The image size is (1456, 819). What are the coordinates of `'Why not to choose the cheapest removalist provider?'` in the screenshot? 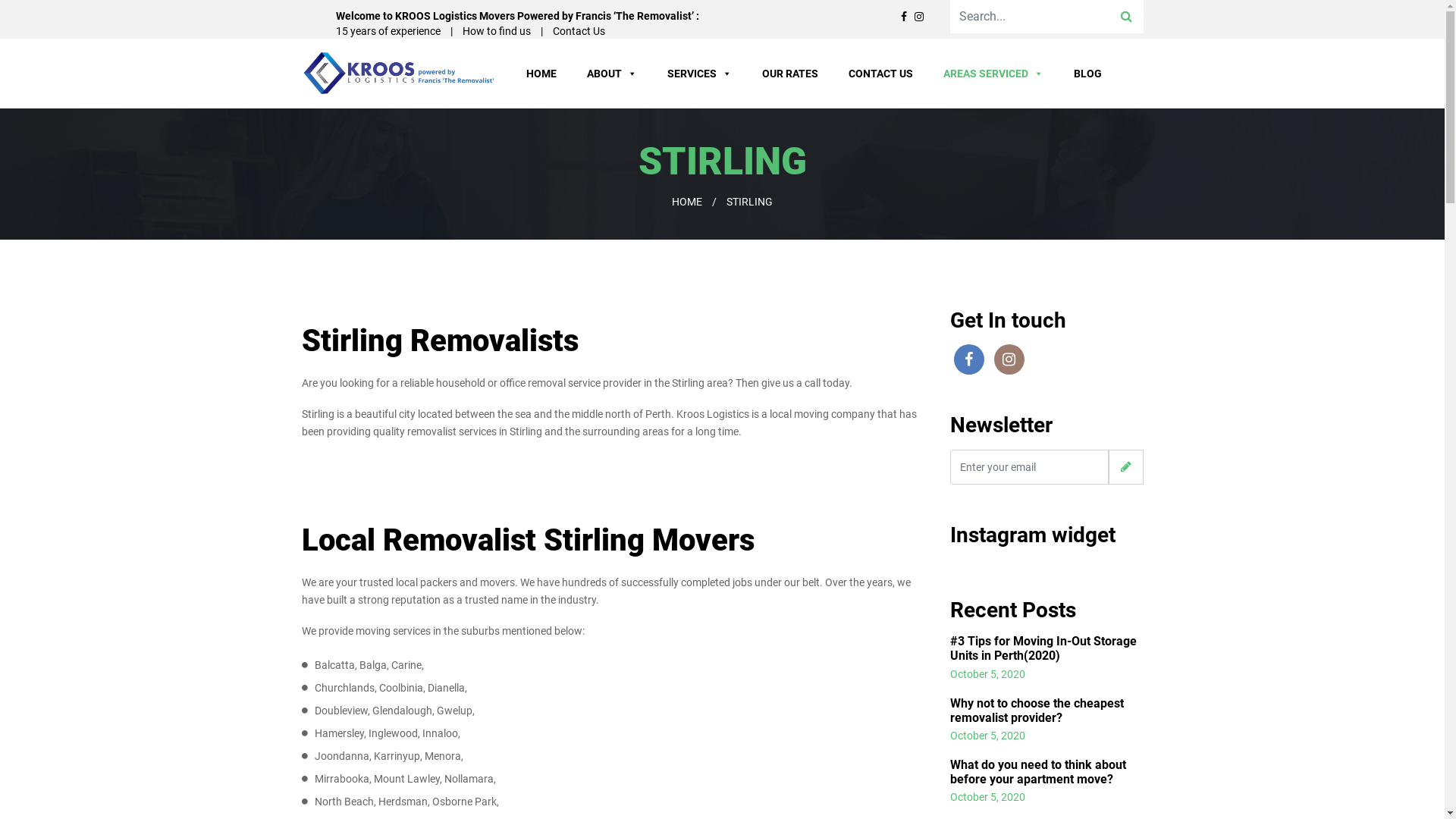 It's located at (1035, 711).